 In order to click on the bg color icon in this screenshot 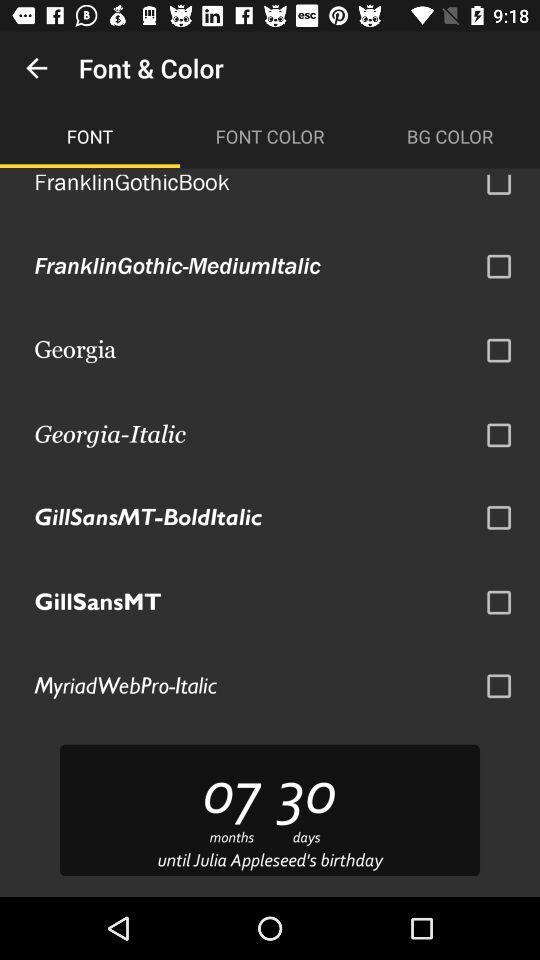, I will do `click(449, 135)`.